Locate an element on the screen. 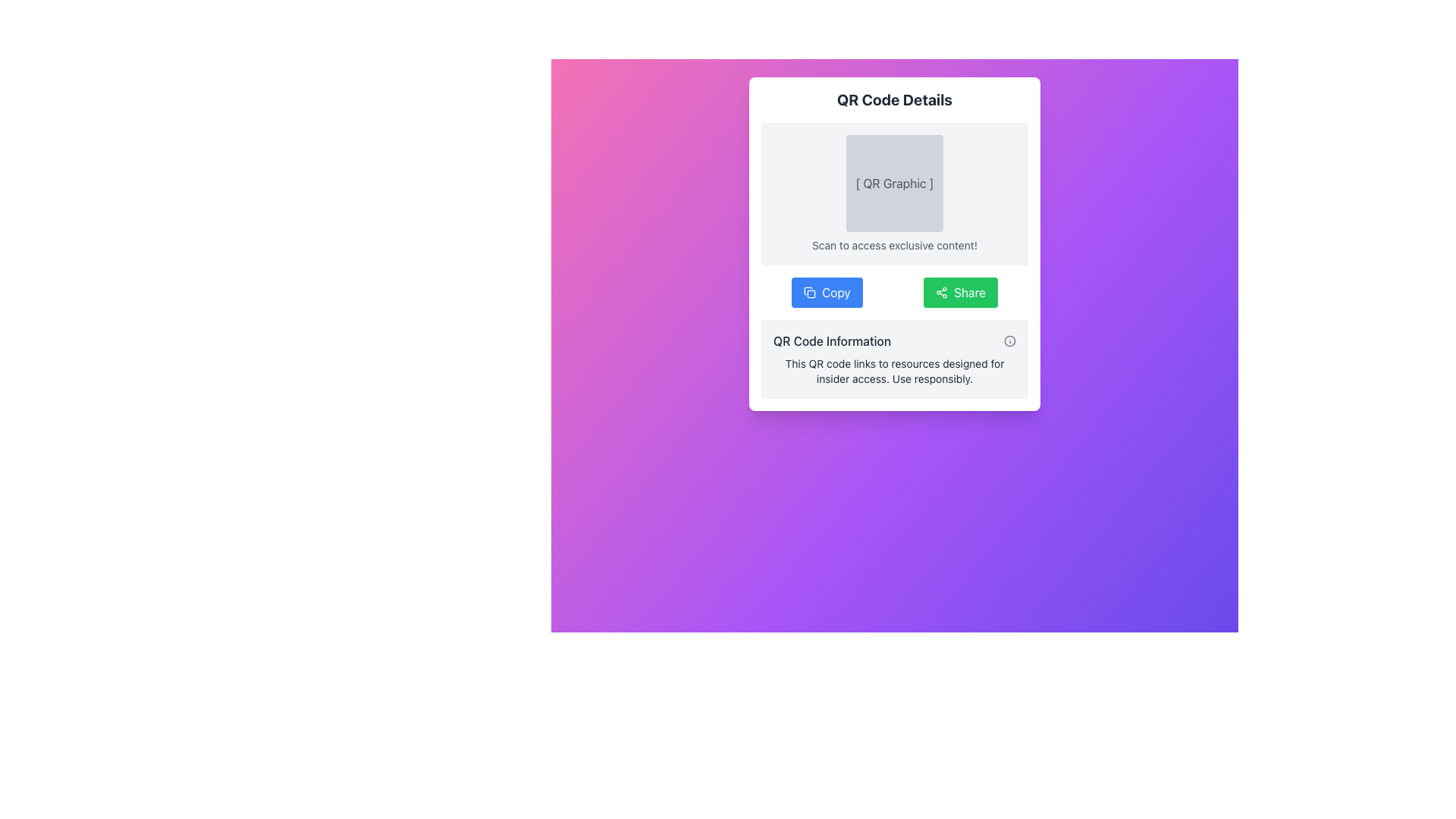 The image size is (1456, 819). keyboard navigation is located at coordinates (960, 292).